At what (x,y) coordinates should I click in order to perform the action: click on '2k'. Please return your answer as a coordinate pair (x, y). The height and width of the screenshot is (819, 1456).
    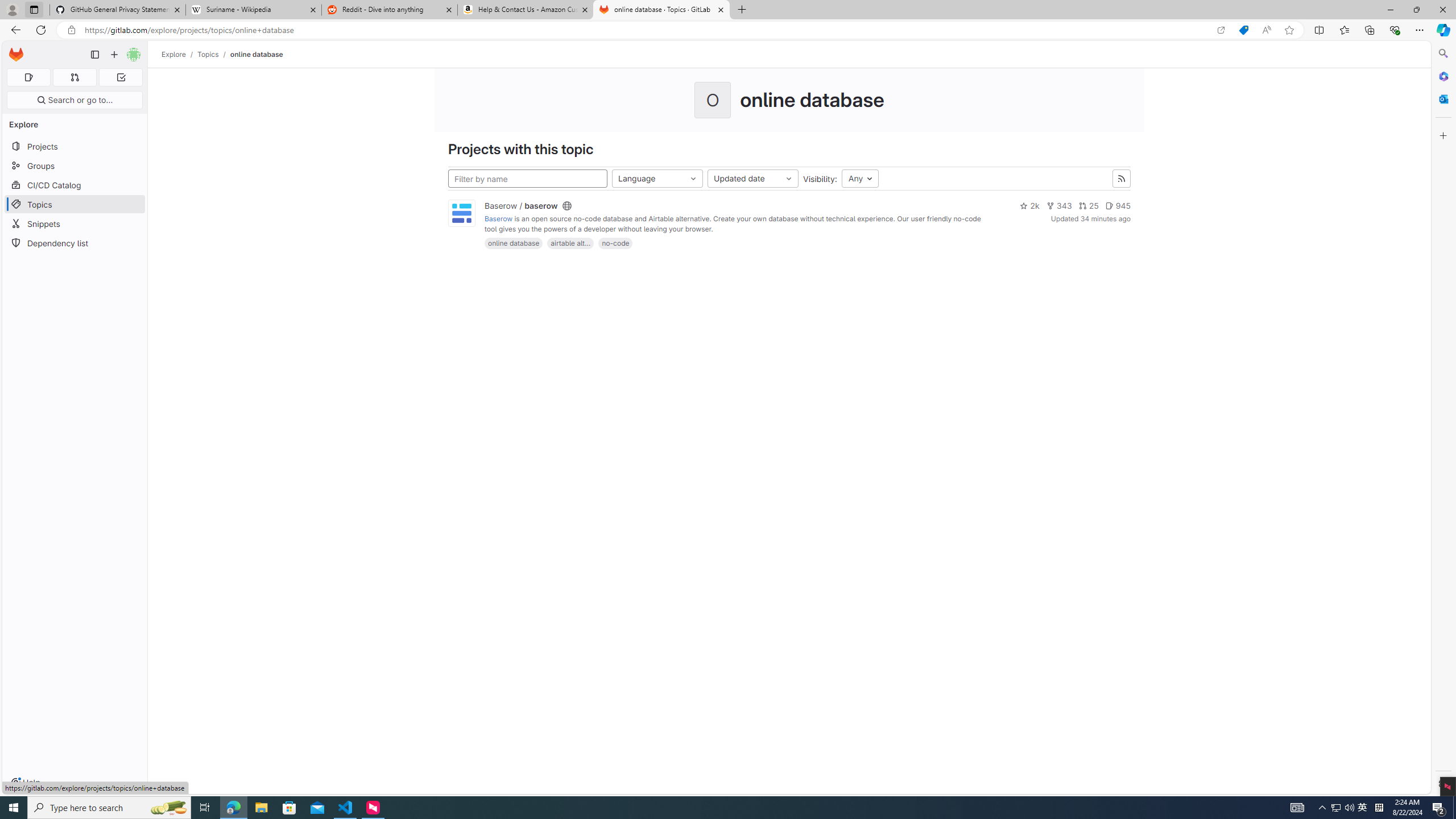
    Looking at the image, I should click on (1029, 205).